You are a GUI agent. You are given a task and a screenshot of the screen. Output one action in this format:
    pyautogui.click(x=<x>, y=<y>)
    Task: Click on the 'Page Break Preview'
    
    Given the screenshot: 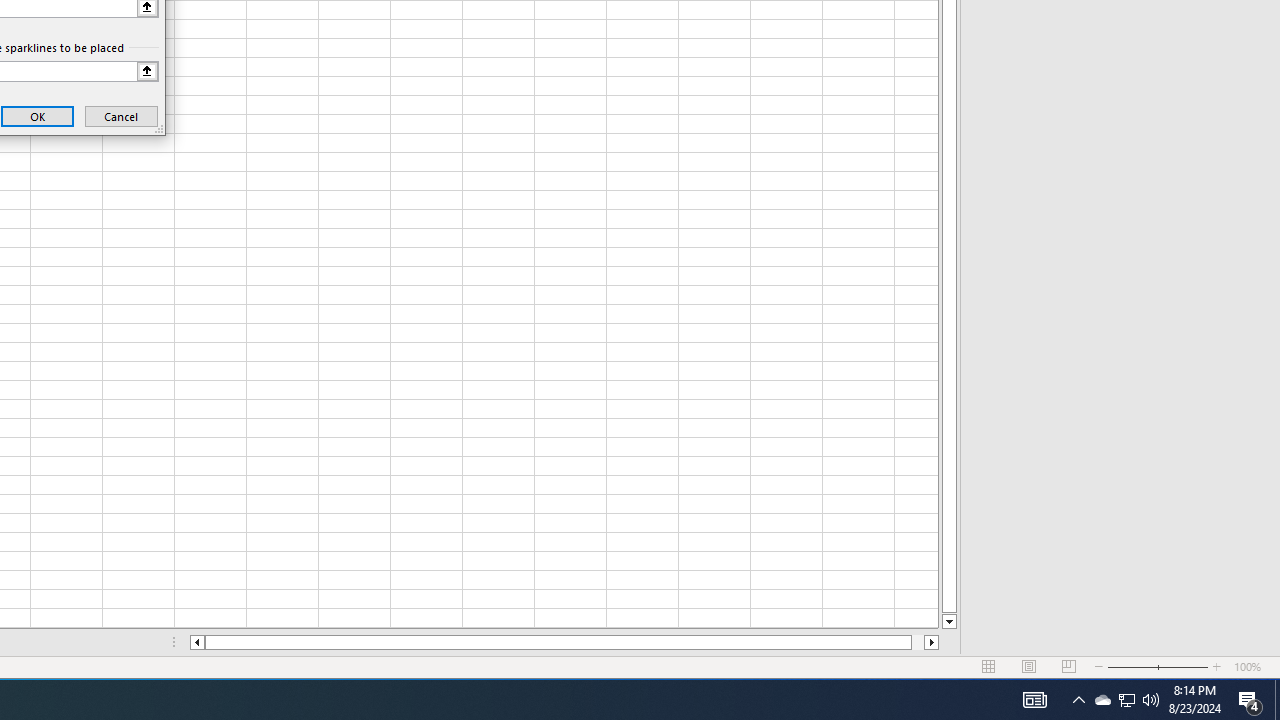 What is the action you would take?
    pyautogui.click(x=1068, y=667)
    